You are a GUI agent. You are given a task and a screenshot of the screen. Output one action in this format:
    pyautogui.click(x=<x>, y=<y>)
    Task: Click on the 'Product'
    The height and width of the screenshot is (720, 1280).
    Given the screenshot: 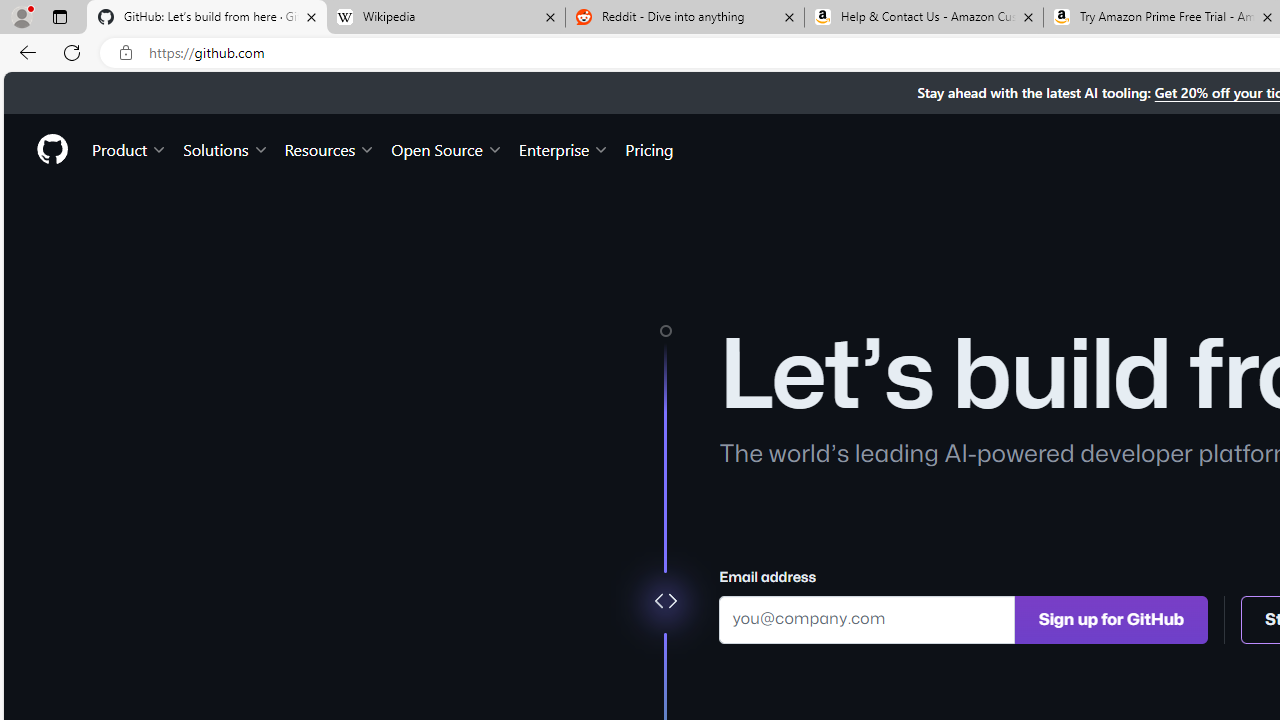 What is the action you would take?
    pyautogui.click(x=129, y=148)
    